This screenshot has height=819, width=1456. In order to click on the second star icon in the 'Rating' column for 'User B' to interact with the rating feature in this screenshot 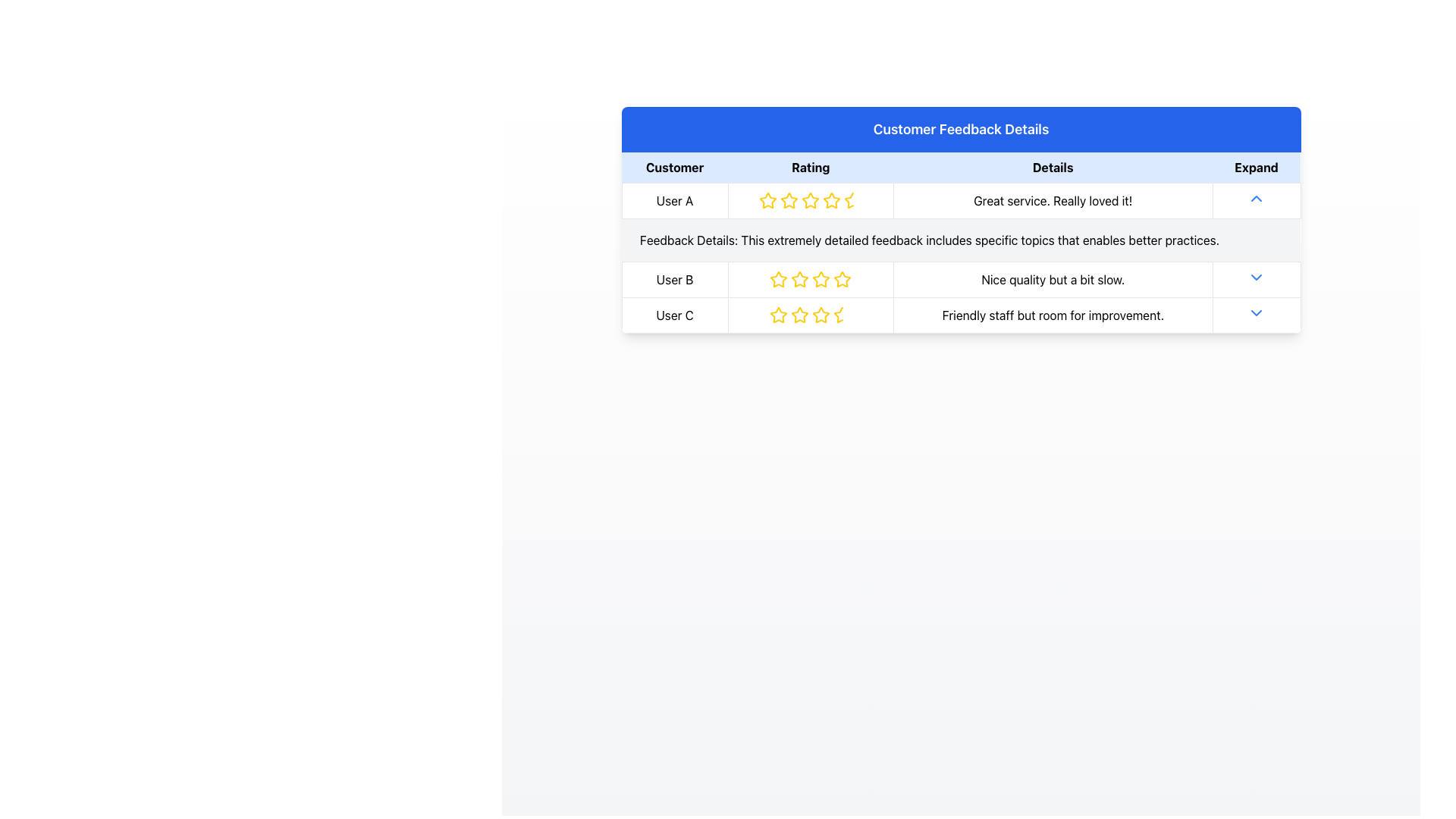, I will do `click(779, 279)`.